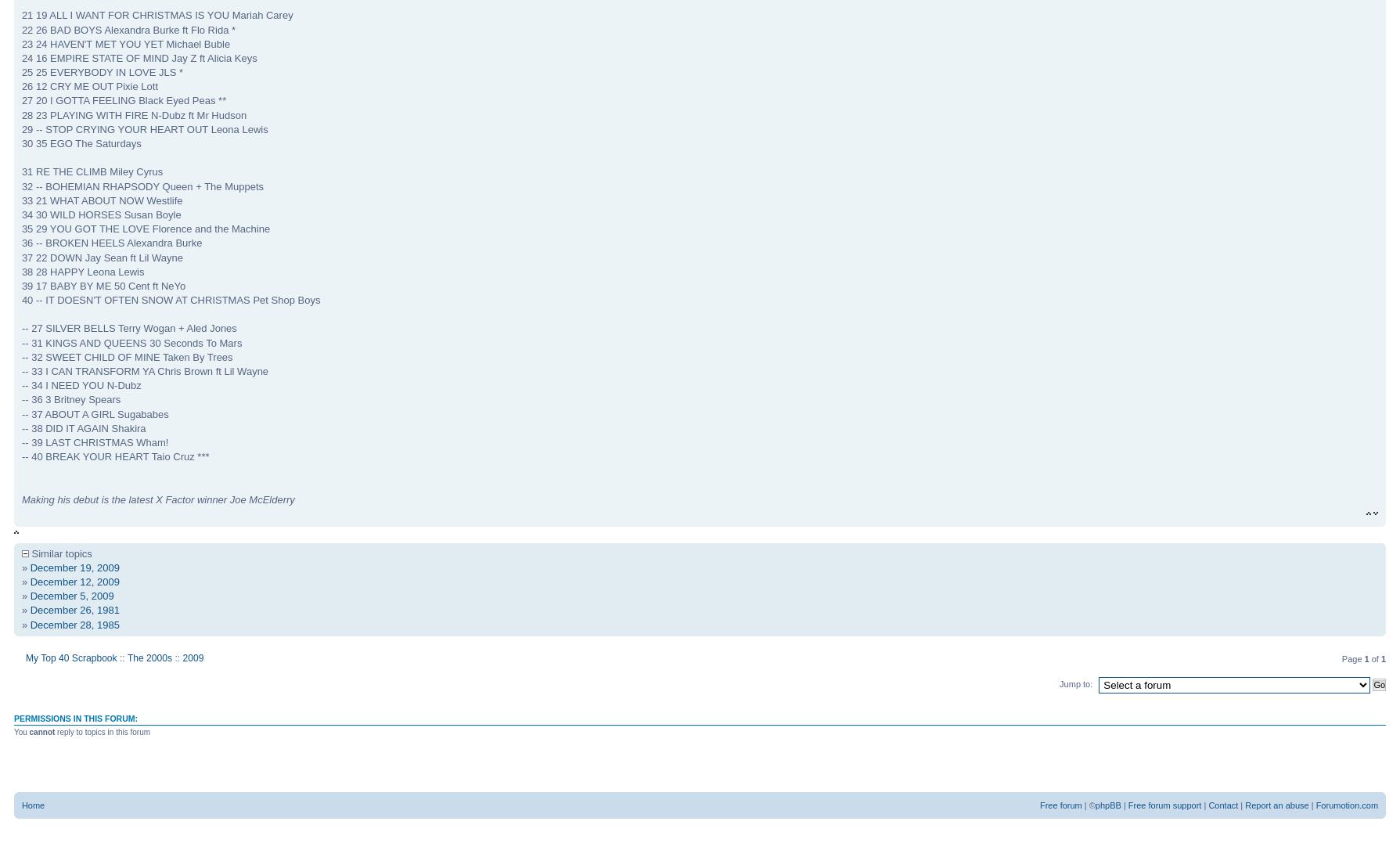 The height and width of the screenshot is (843, 1400). Describe the element at coordinates (142, 186) in the screenshot. I see `'32 -- BOHEMIAN RHAPSODY Queen + The Muppets'` at that location.